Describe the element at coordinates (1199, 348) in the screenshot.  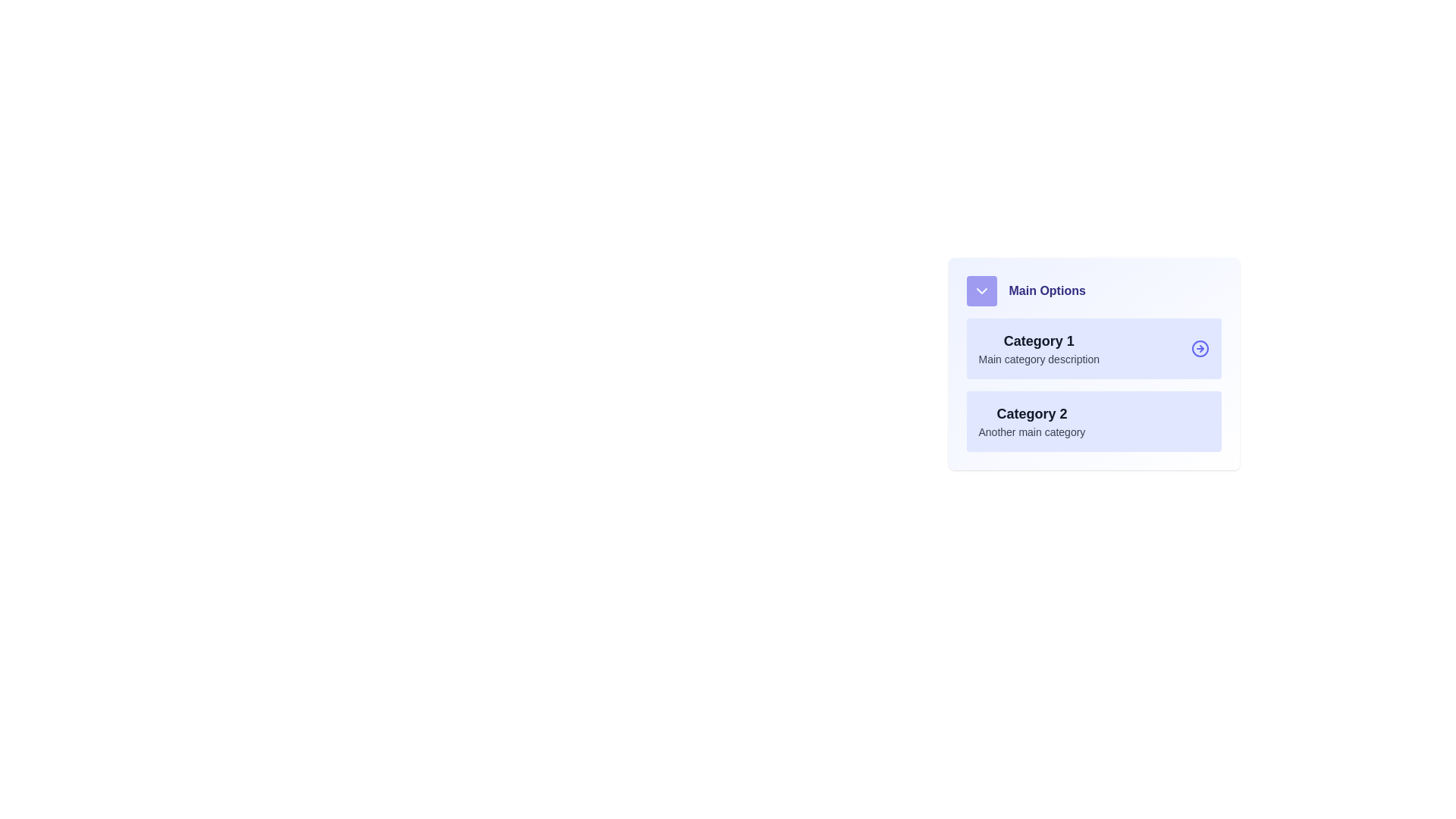
I see `the circular icon with a rightward-pointing arrow that has a blue outline, located to the right of the text 'Category 1' and 'Main category description'` at that location.